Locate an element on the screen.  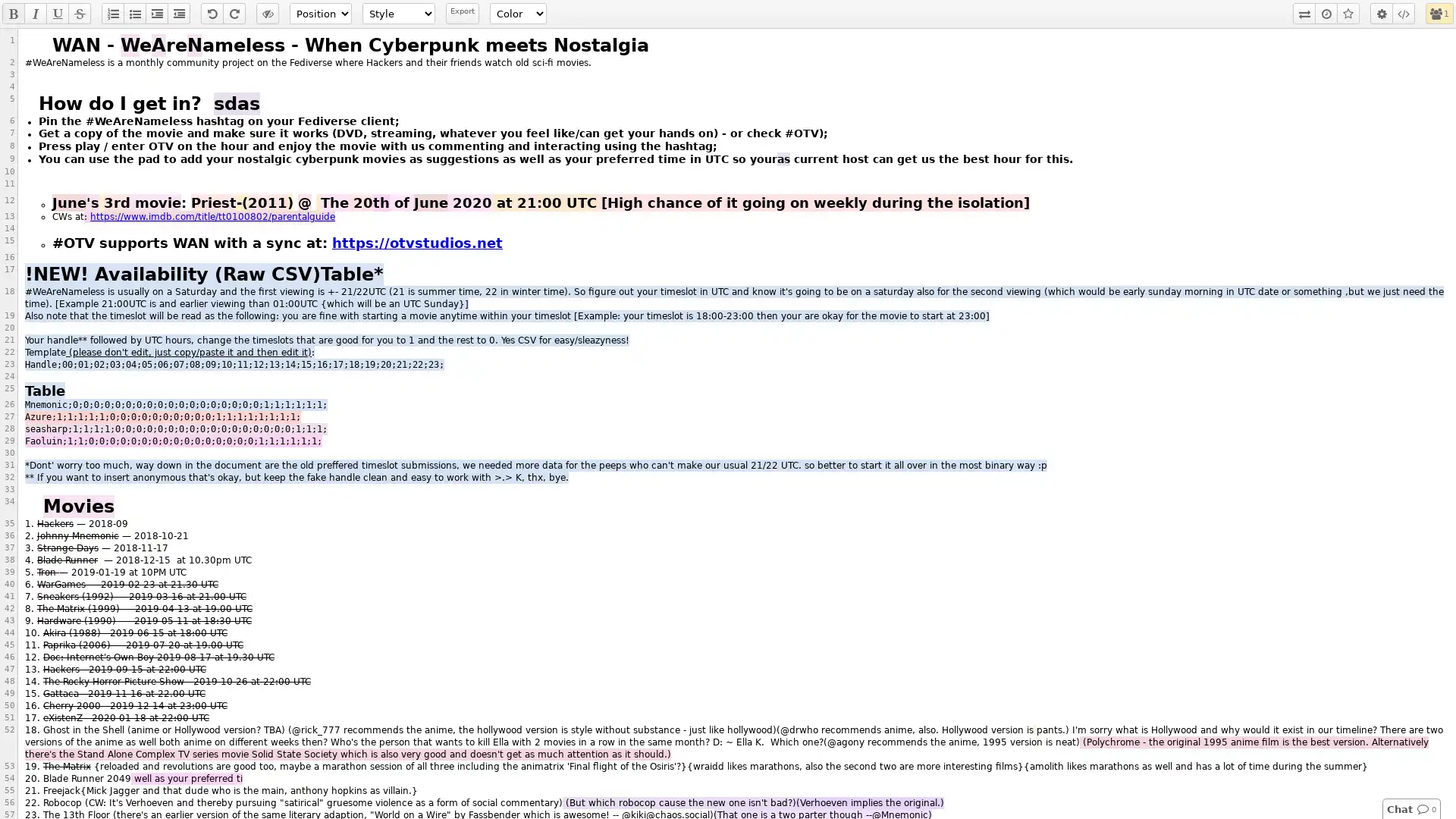
Clear Authorship Colours (Ctrl+Shift+C) is located at coordinates (268, 14).